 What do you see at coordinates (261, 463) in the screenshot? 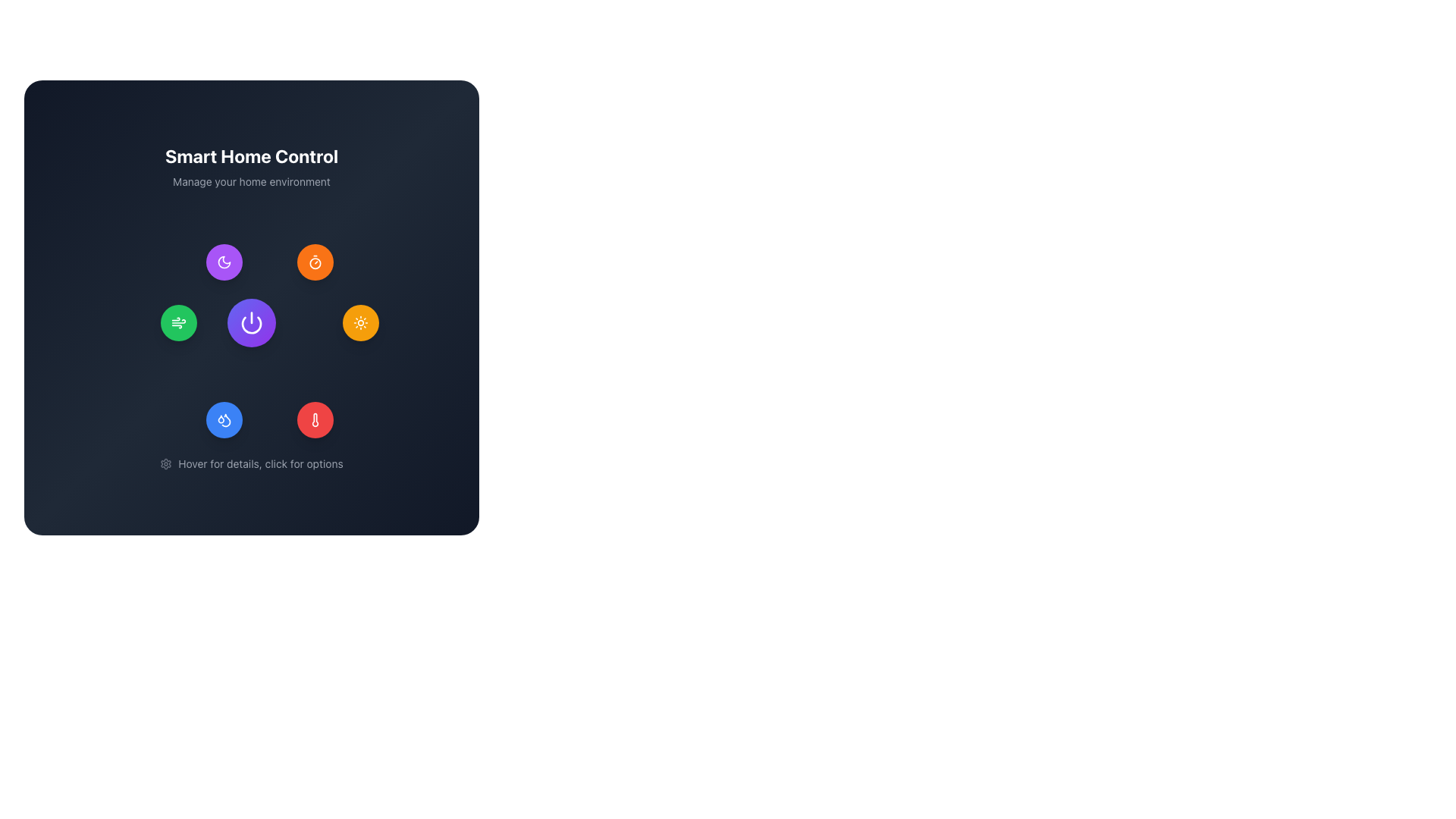
I see `the static text located below the icon grid, which provides guidance and action hints to users, to interpret contextual information` at bounding box center [261, 463].